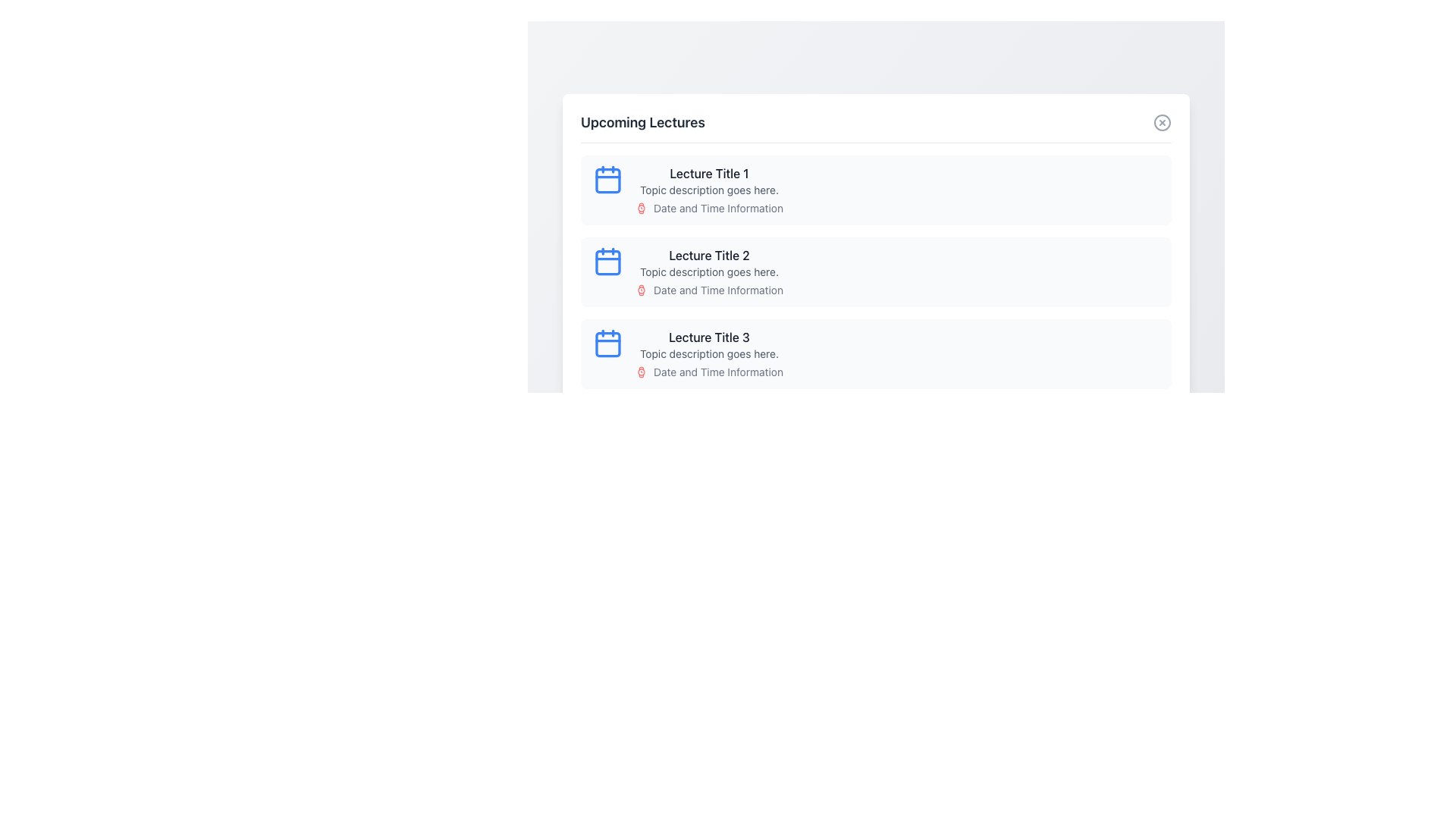 The width and height of the screenshot is (1456, 819). Describe the element at coordinates (708, 189) in the screenshot. I see `the Informational panel containing the title 'Lecture Title 1', with a description and date information, located in the first row of the lecture list` at that location.